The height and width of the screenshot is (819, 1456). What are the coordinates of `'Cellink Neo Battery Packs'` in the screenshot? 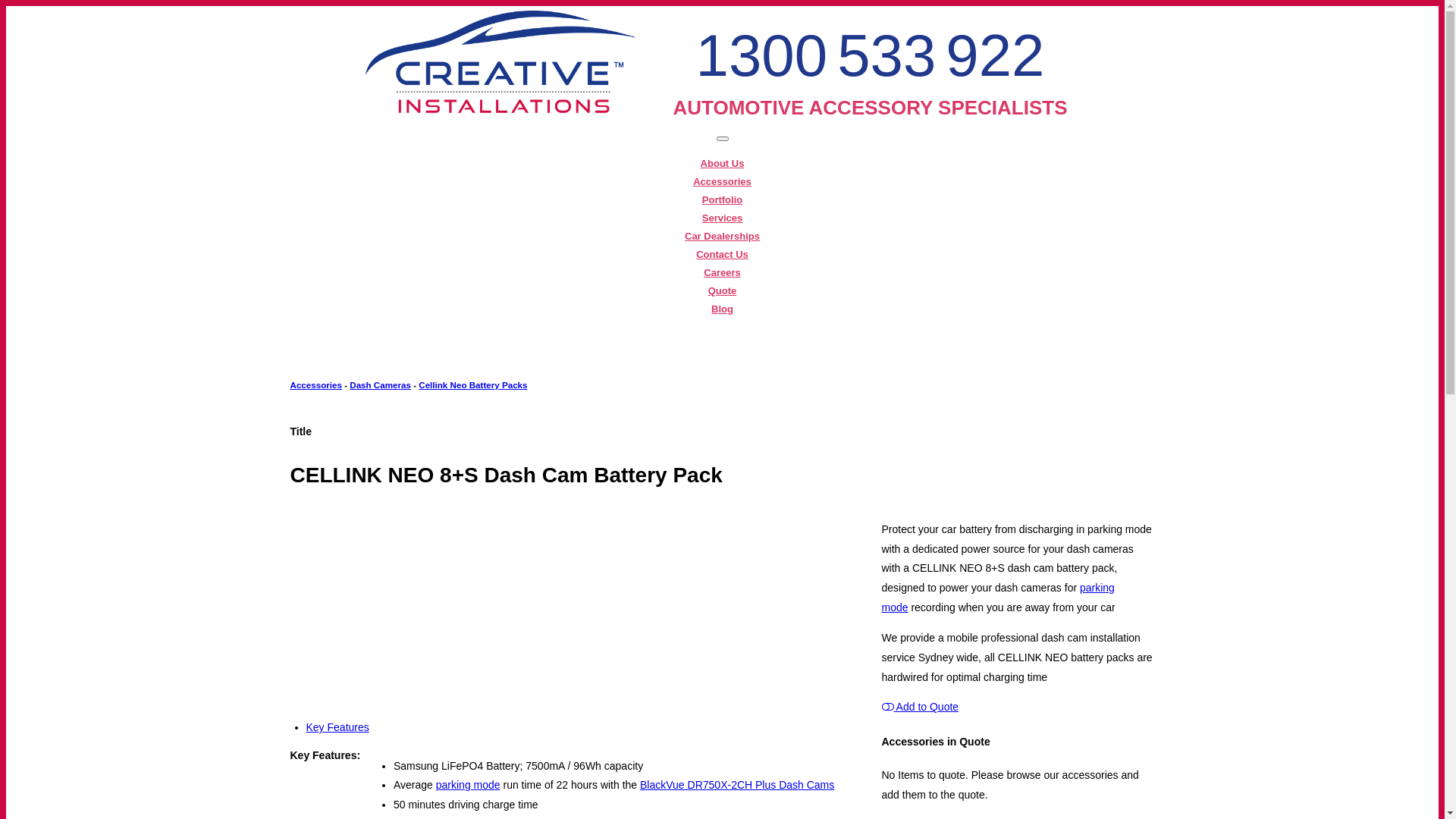 It's located at (472, 384).